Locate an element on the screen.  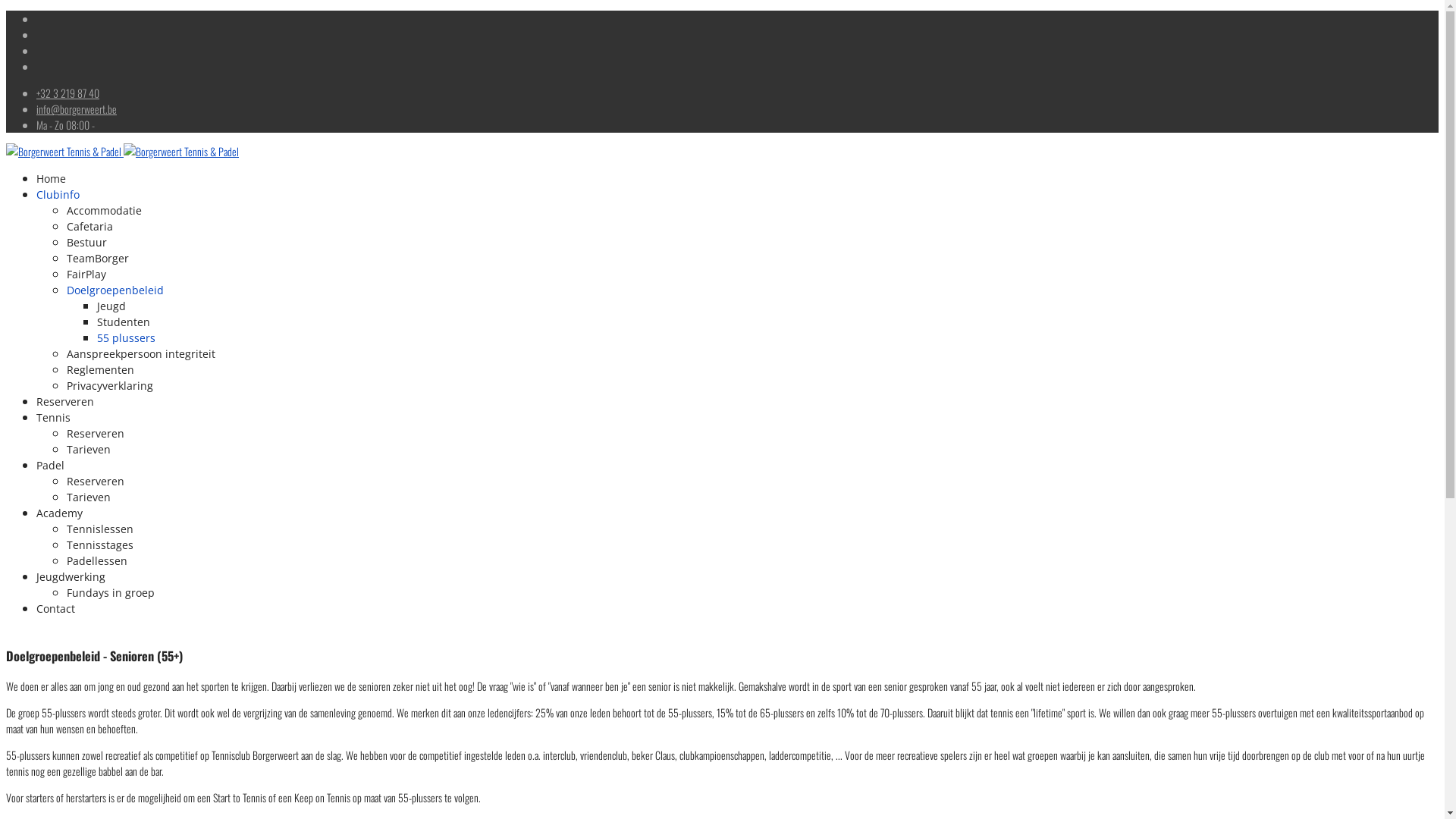
'55 plussers' is located at coordinates (126, 337).